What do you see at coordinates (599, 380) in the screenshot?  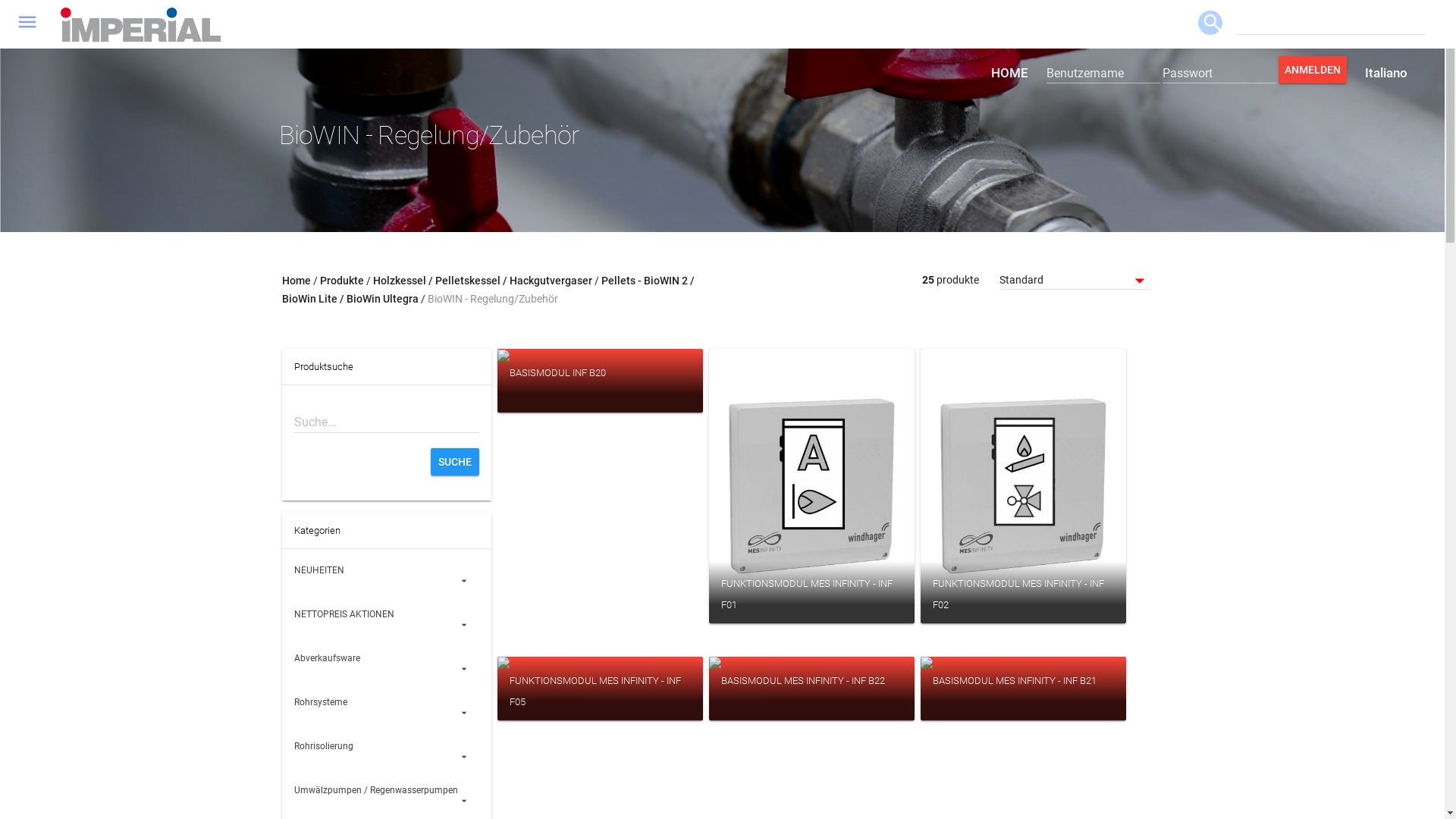 I see `'BASISMODUL INF B20'` at bounding box center [599, 380].